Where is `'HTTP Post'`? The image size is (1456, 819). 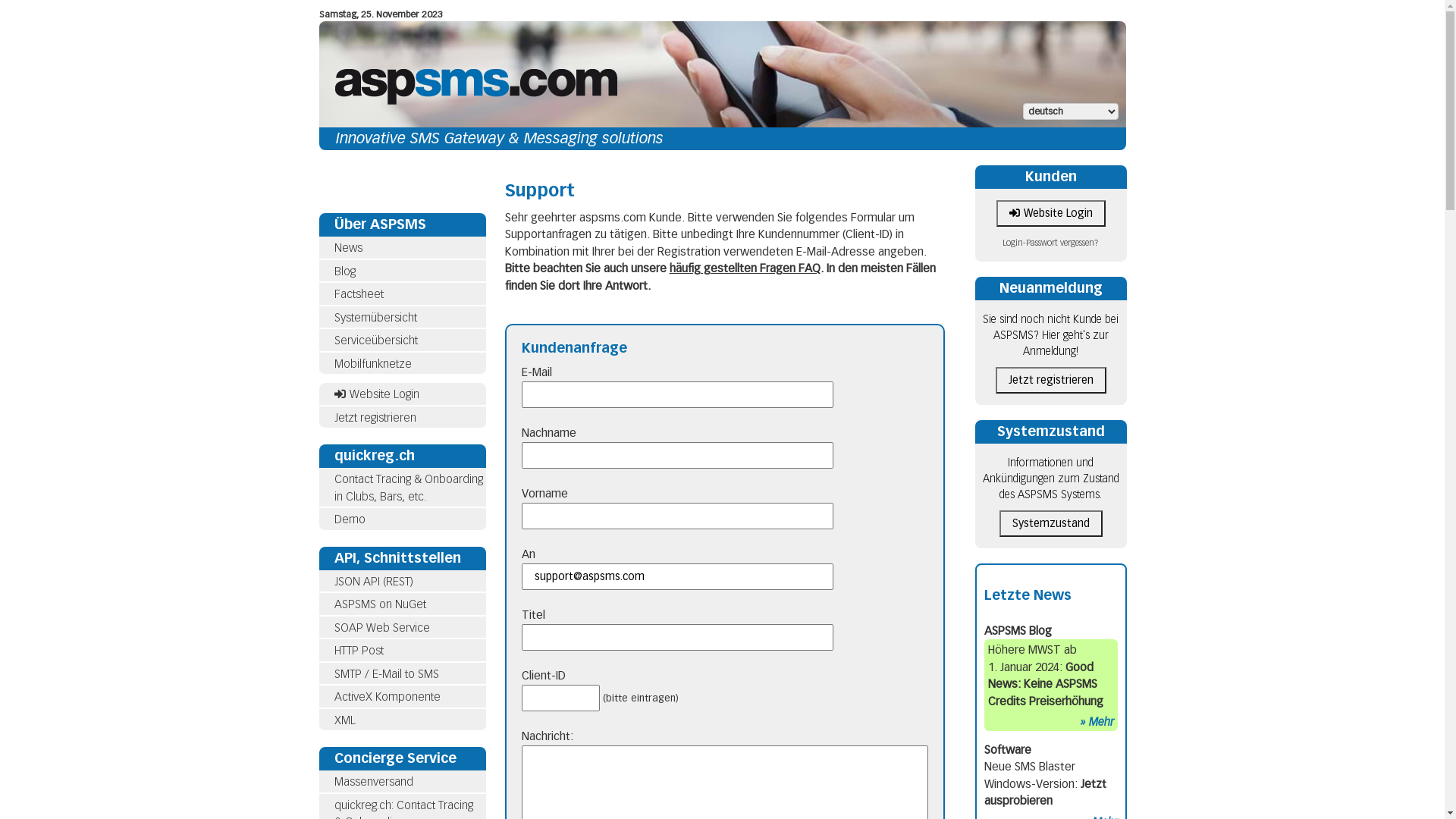 'HTTP Post' is located at coordinates (357, 649).